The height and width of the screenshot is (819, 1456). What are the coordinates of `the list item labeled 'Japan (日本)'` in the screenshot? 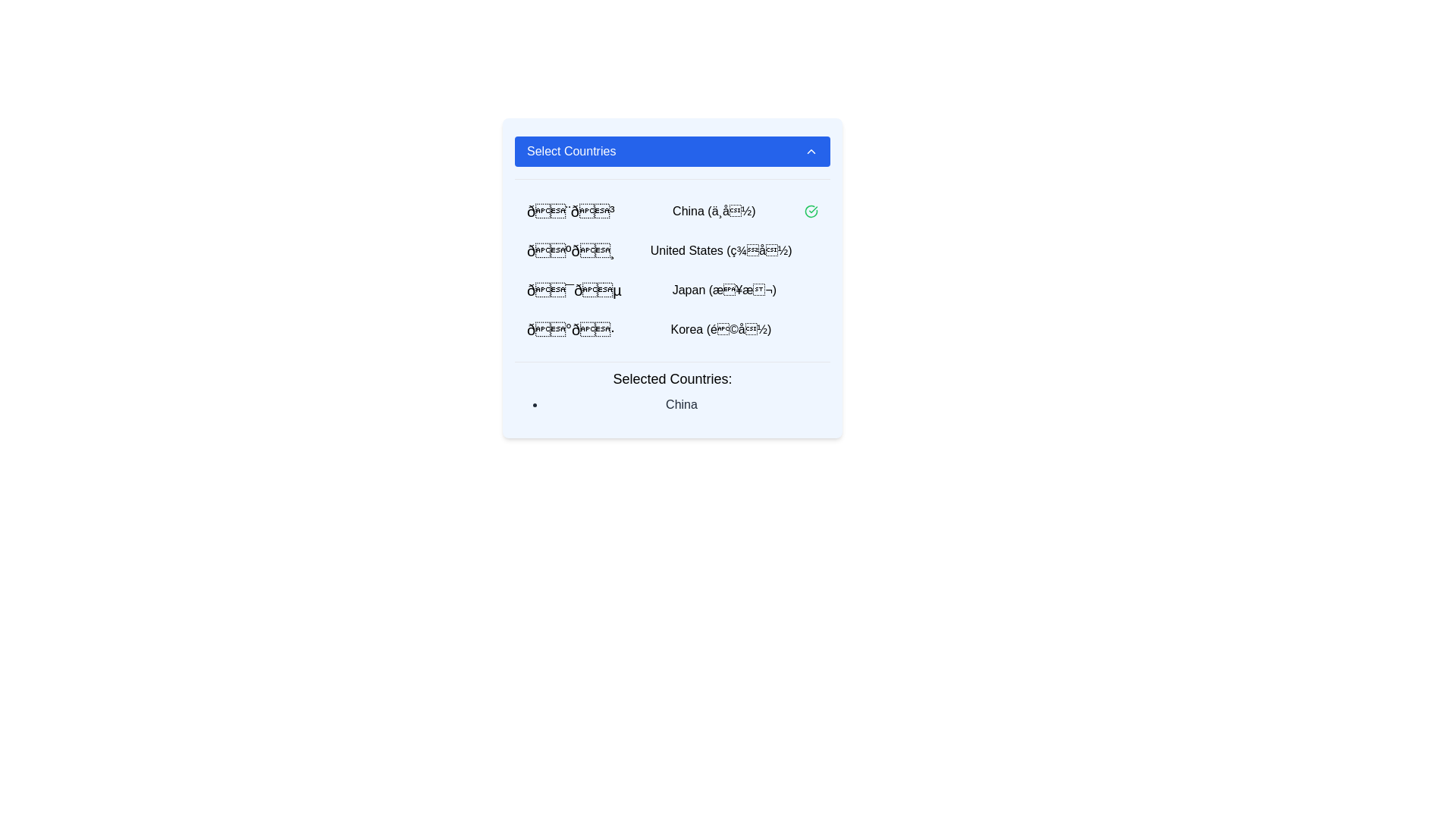 It's located at (672, 299).